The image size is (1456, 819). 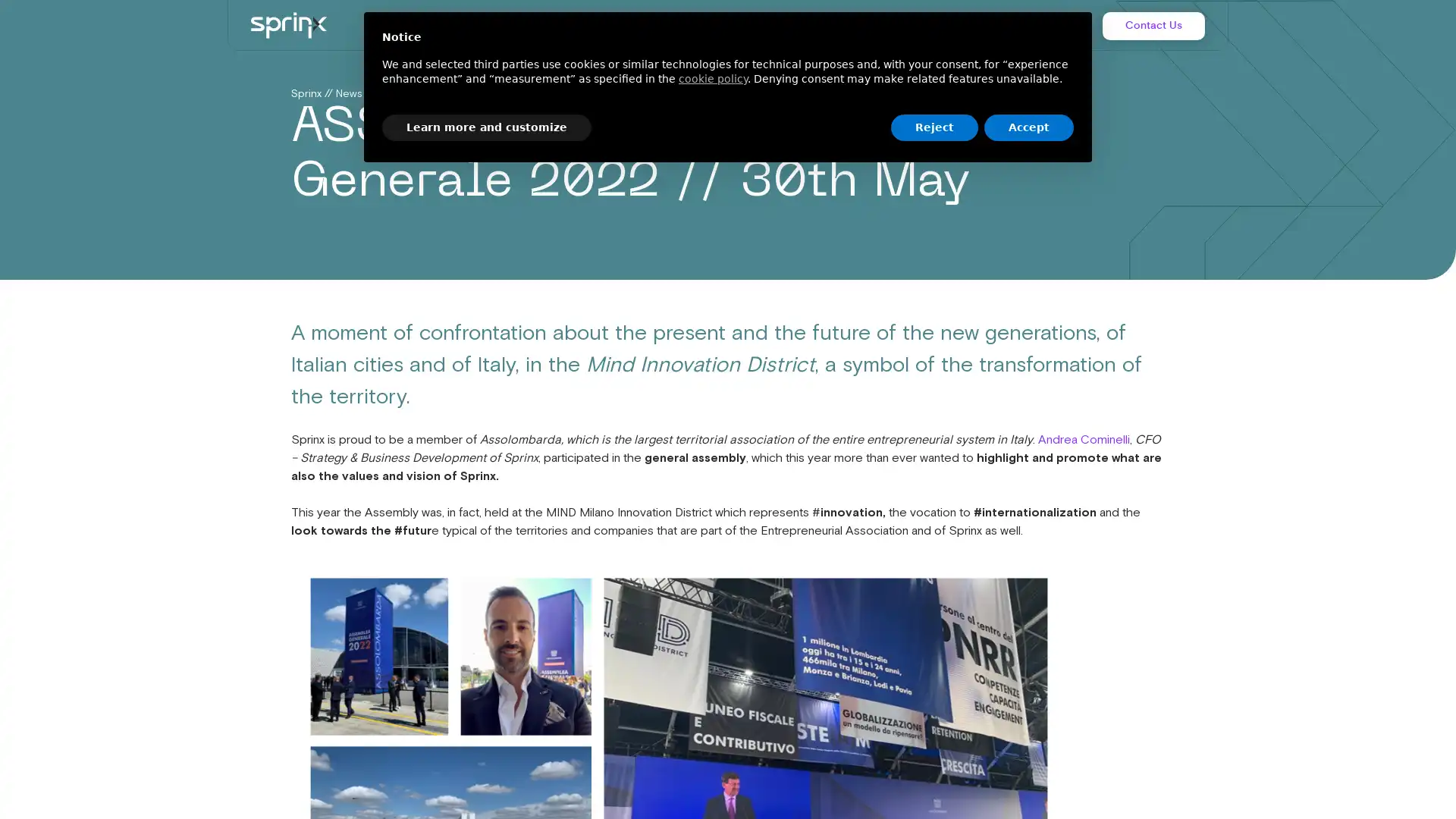 I want to click on Accept, so click(x=1029, y=127).